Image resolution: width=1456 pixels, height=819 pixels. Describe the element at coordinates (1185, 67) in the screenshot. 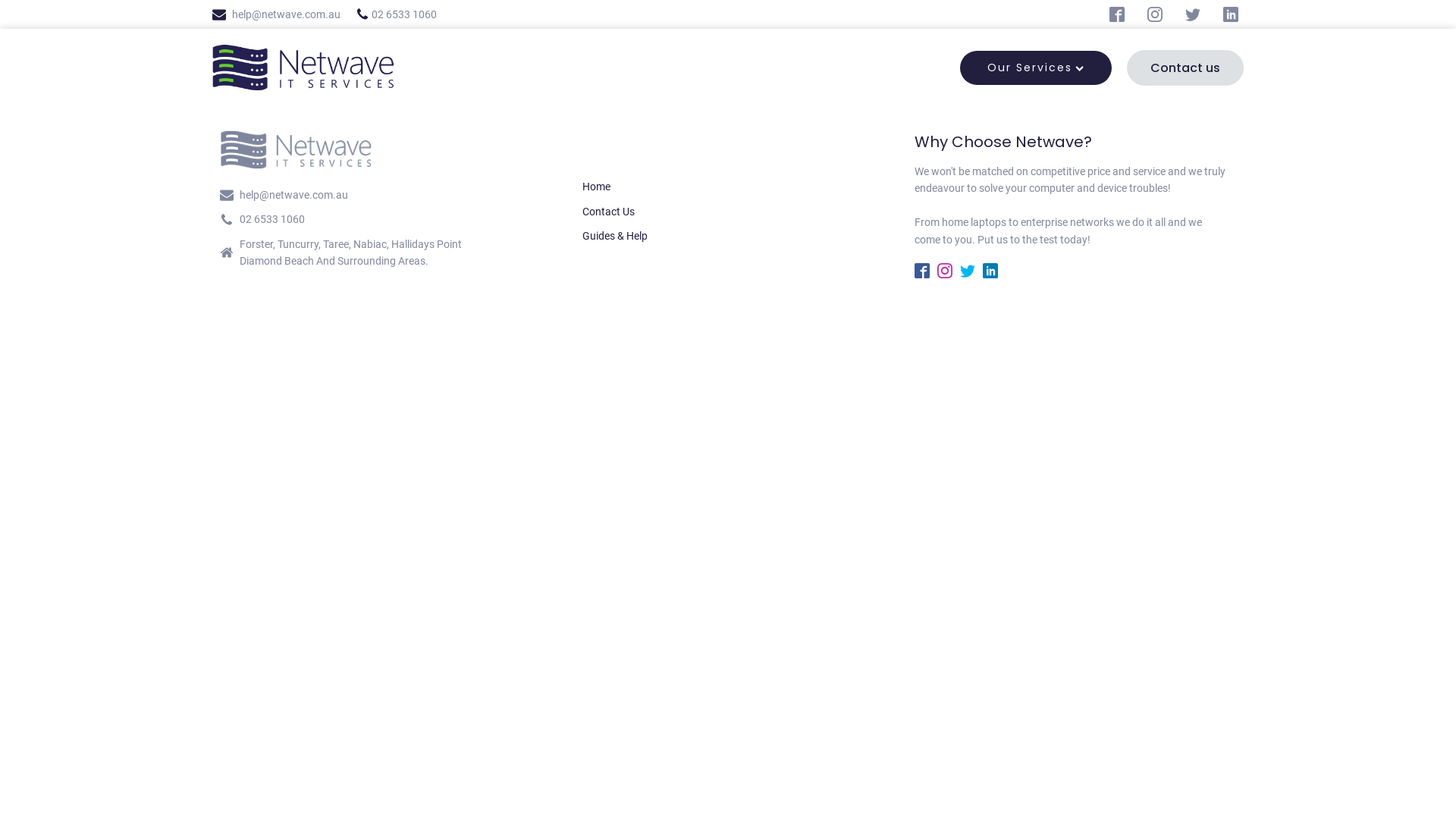

I see `'Contact us'` at that location.